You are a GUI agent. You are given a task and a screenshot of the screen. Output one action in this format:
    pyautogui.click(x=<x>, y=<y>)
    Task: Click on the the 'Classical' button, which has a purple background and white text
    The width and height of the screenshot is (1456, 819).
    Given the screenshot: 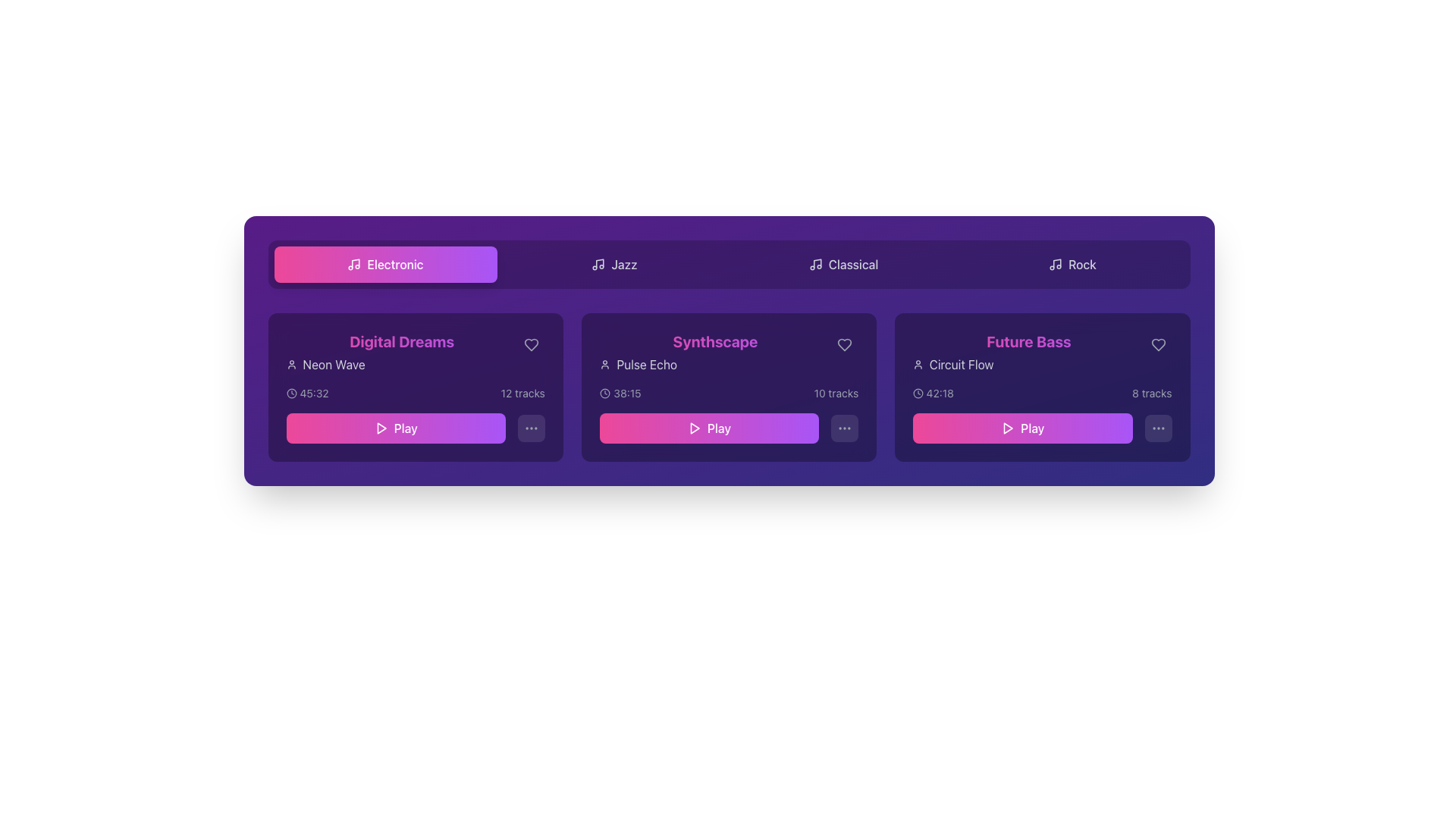 What is the action you would take?
    pyautogui.click(x=843, y=263)
    